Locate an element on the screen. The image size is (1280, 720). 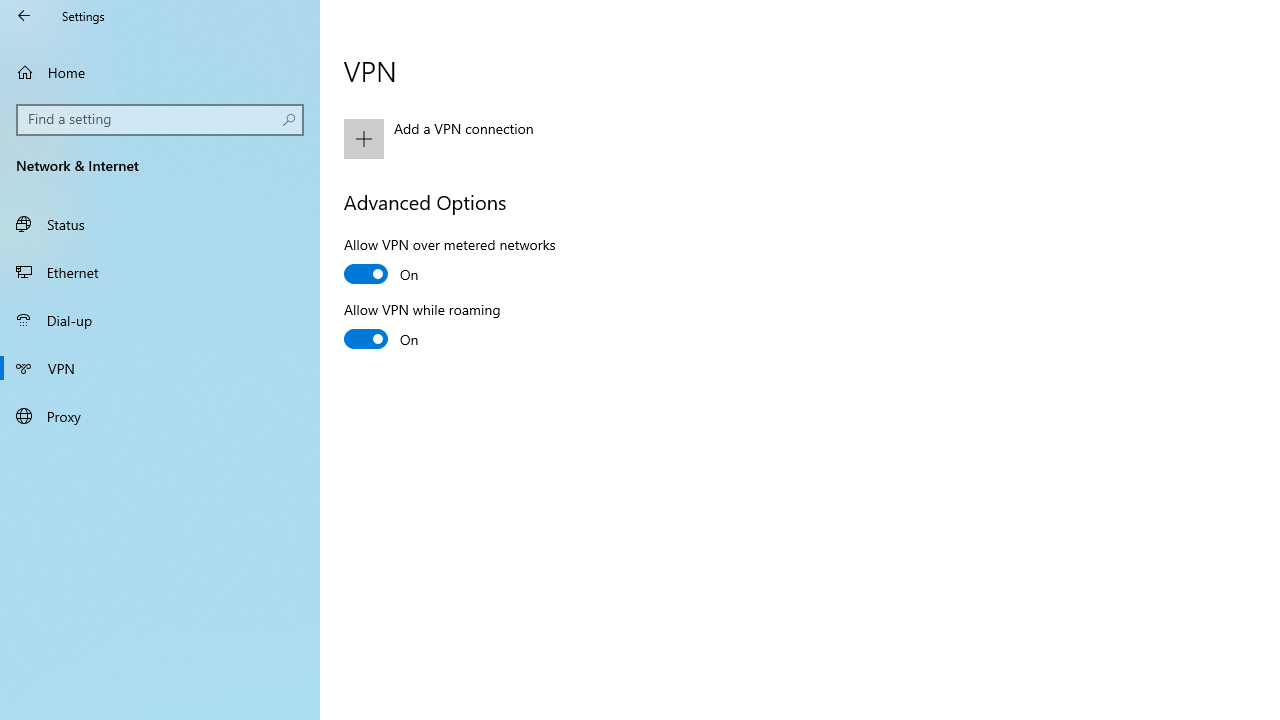
'Search box, Find a setting' is located at coordinates (160, 119).